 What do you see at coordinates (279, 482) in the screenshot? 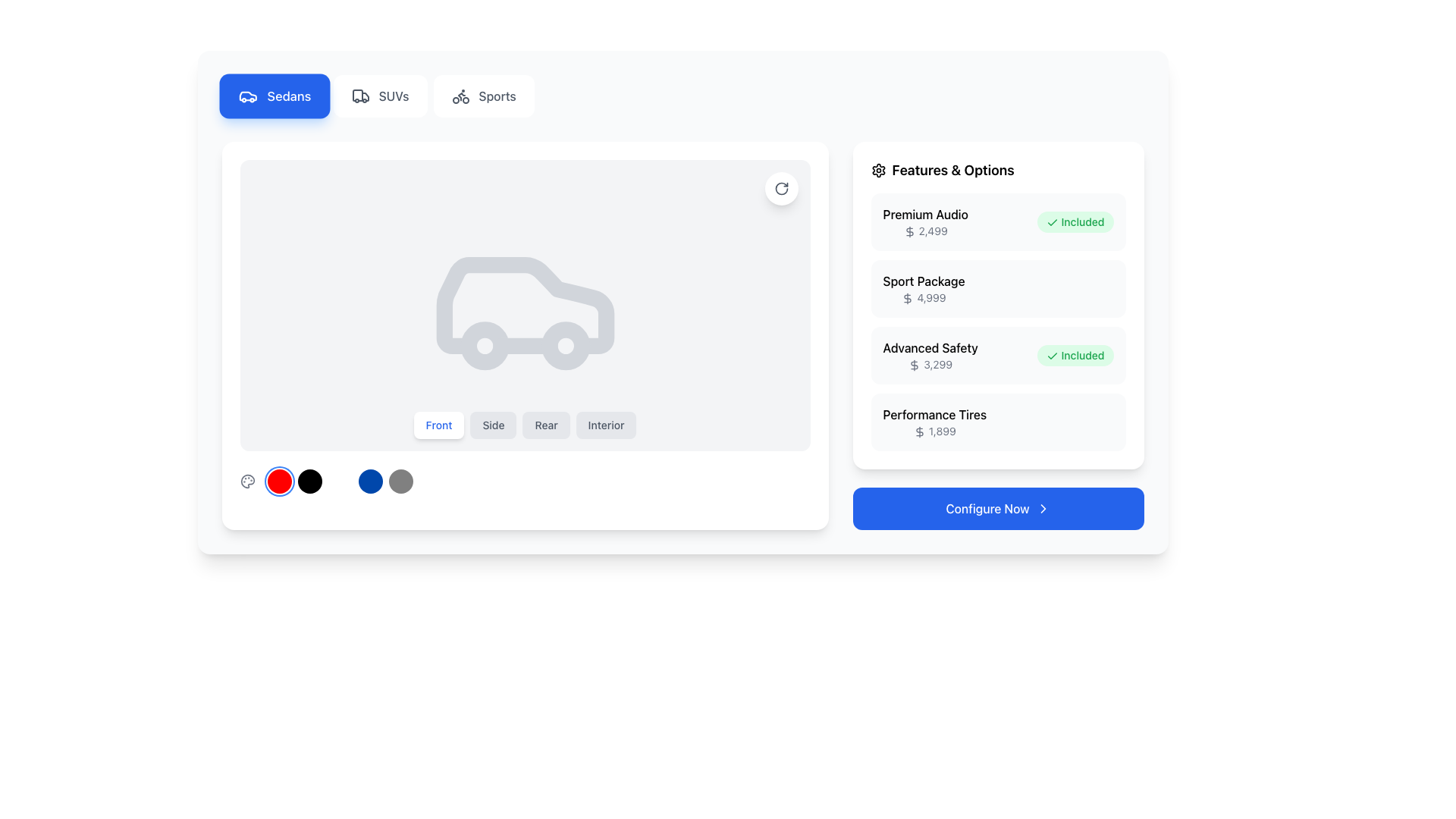
I see `the first interactive color option button in the row of five buttons` at bounding box center [279, 482].